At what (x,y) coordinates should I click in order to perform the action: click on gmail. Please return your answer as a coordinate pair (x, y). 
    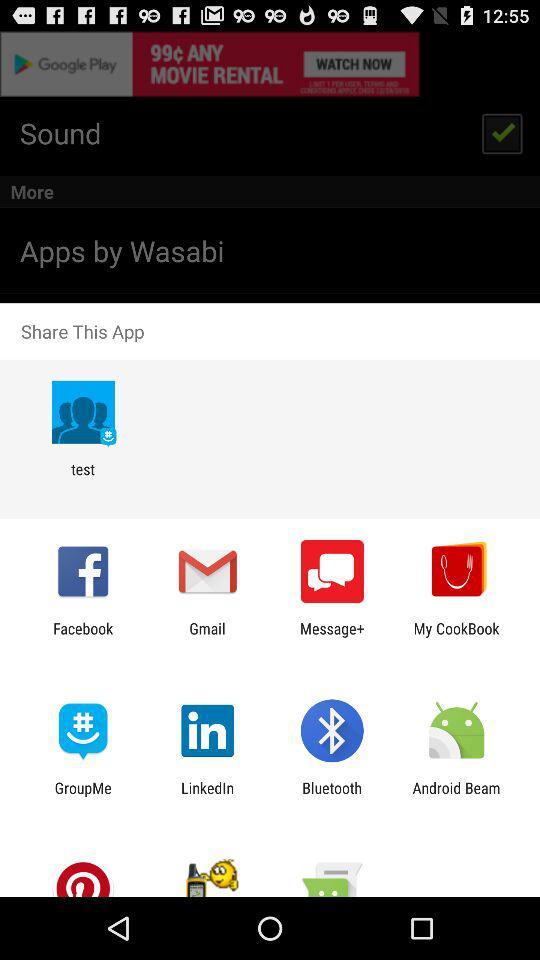
    Looking at the image, I should click on (206, 636).